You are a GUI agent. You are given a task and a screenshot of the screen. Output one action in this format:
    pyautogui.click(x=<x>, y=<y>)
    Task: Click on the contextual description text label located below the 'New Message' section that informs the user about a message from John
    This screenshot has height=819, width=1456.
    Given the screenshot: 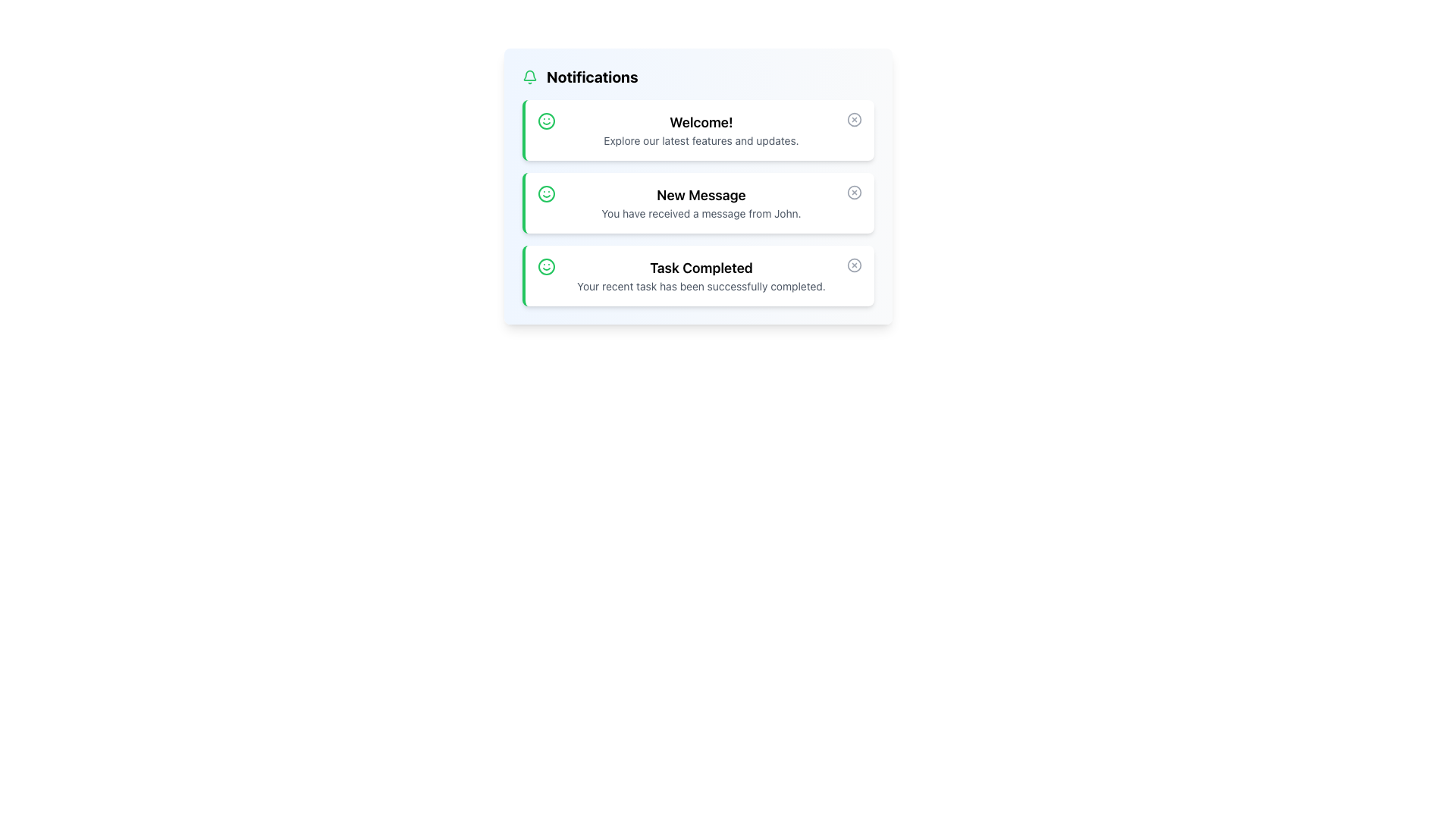 What is the action you would take?
    pyautogui.click(x=701, y=213)
    